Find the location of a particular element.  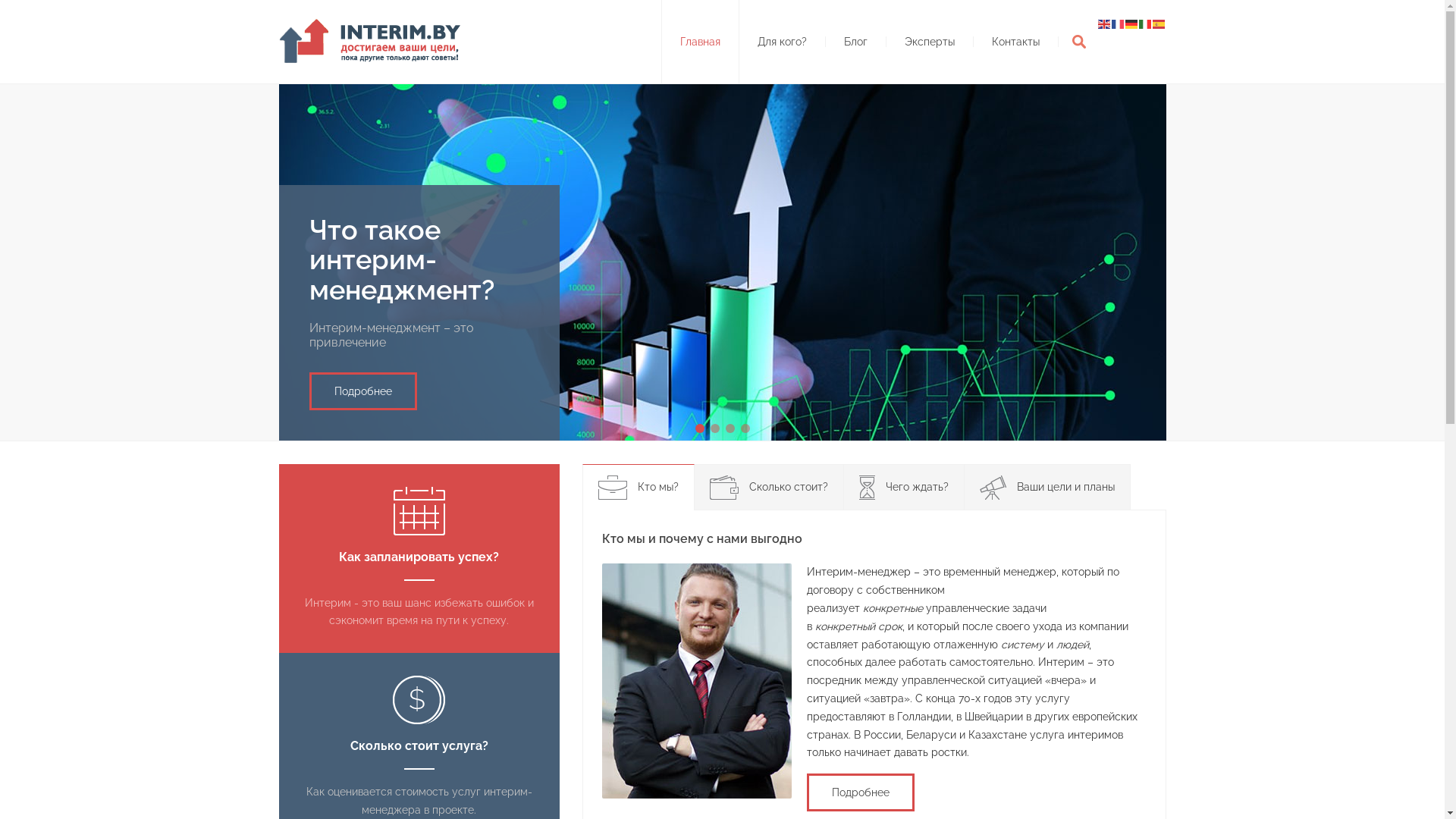

'ico2 image' is located at coordinates (723, 488).